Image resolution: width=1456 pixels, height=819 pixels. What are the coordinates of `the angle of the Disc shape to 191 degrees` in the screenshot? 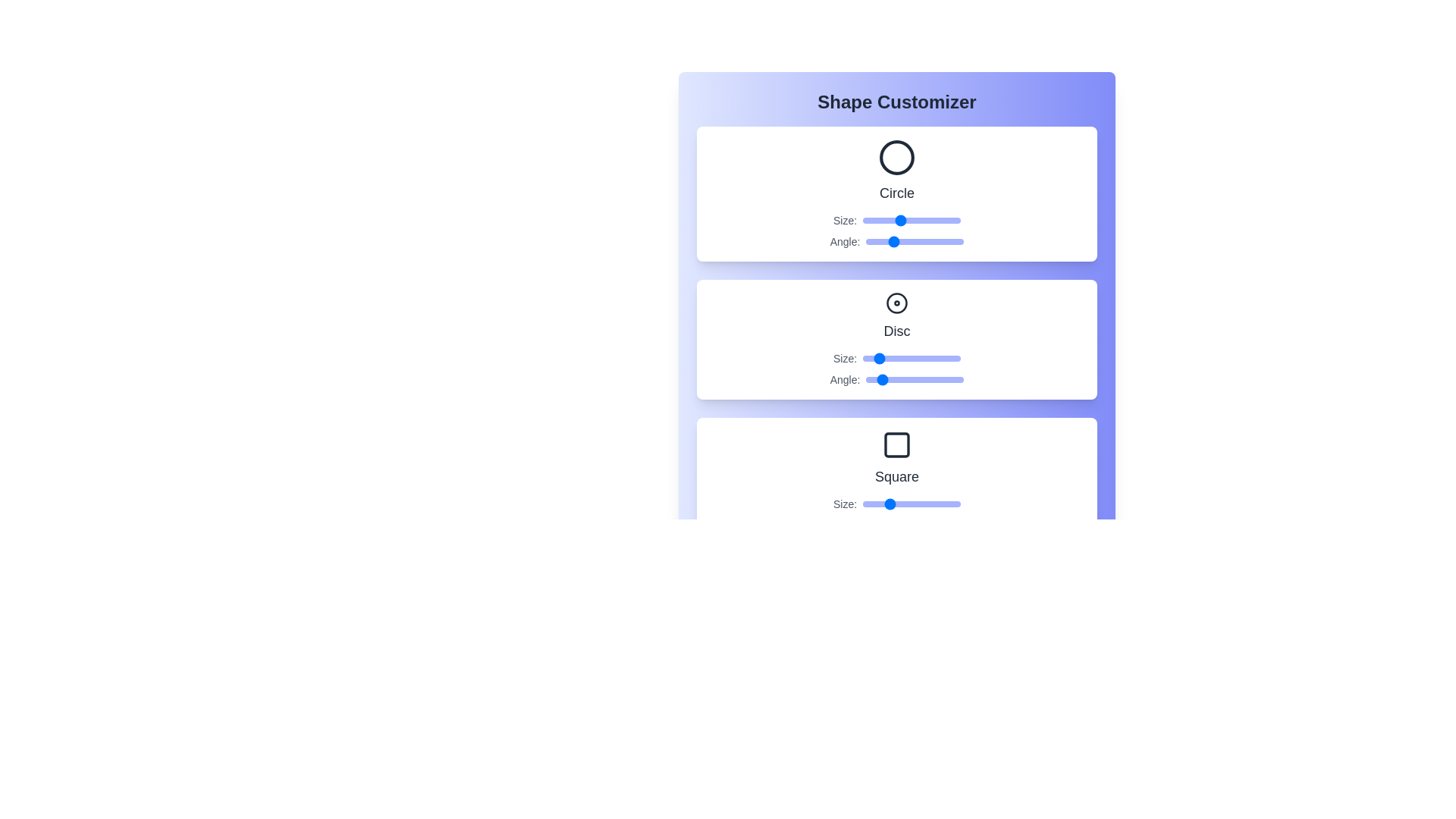 It's located at (917, 379).